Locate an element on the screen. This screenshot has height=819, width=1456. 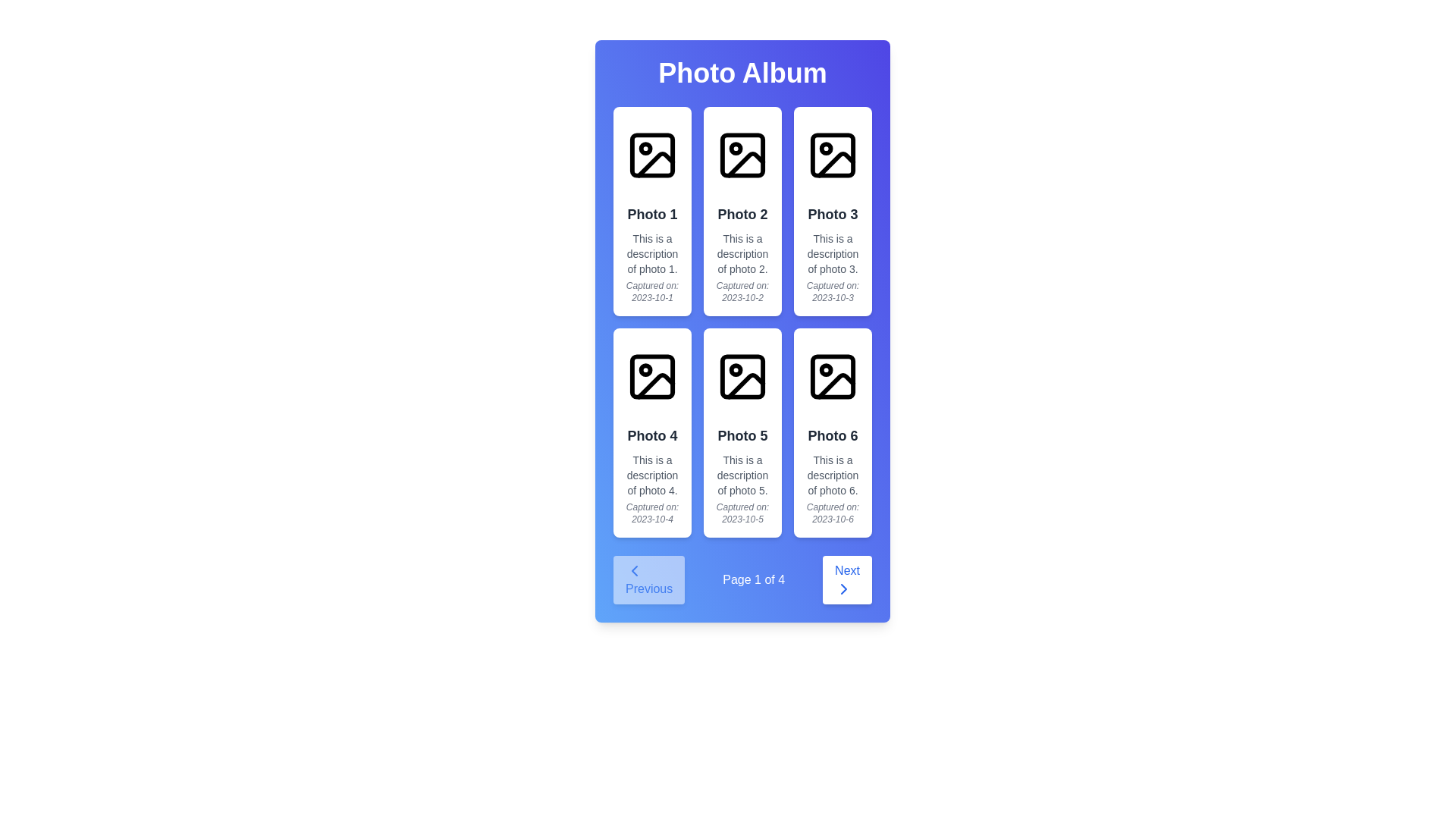
the text label that displays the current page number ('1') and the total number of pages ('4'), which is located centrally at the bottom of the layout between the 'Previous' and 'Next' buttons is located at coordinates (754, 579).